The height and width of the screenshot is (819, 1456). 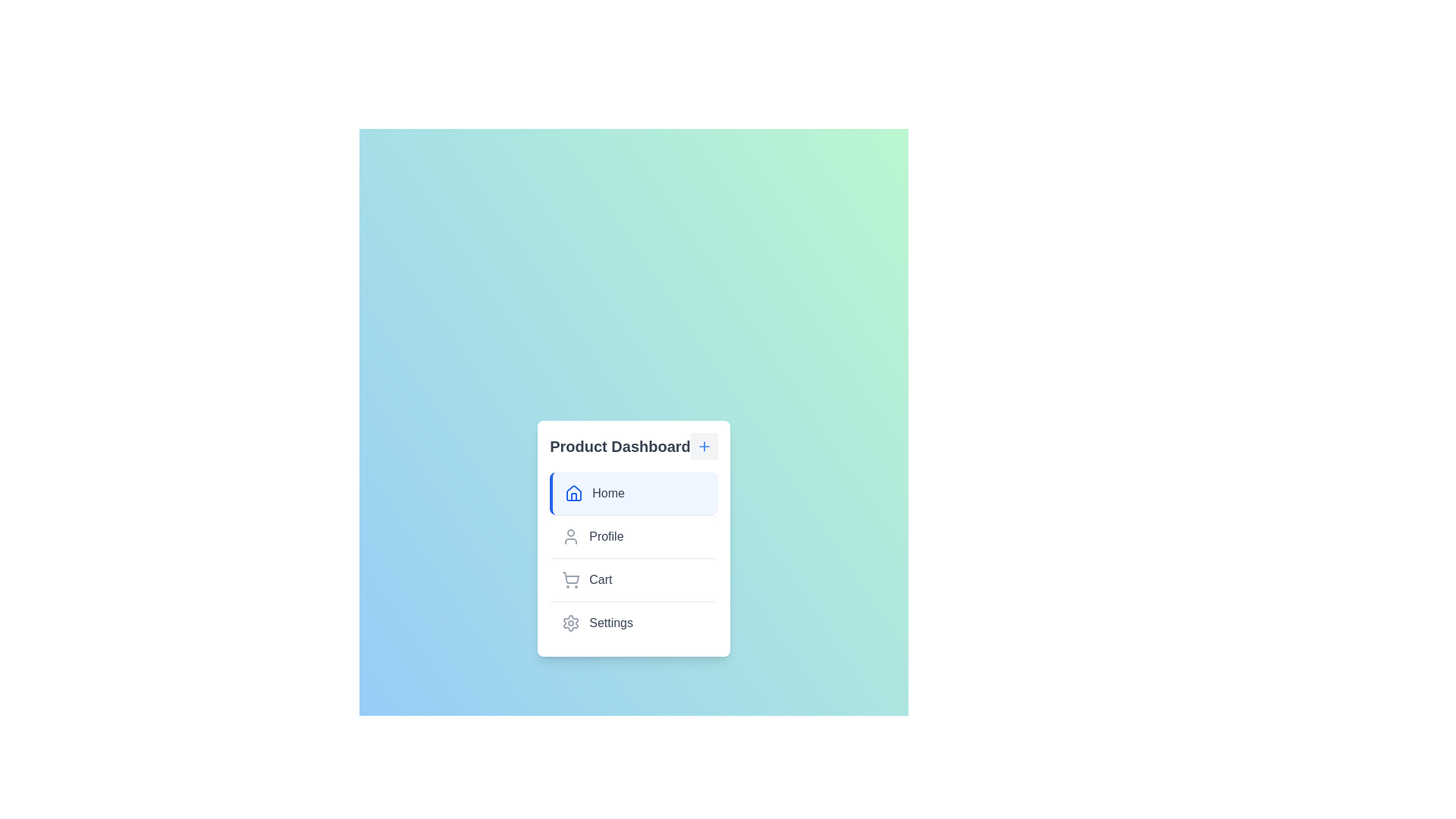 I want to click on the '+' button to toggle the visibility of the menu, so click(x=703, y=445).